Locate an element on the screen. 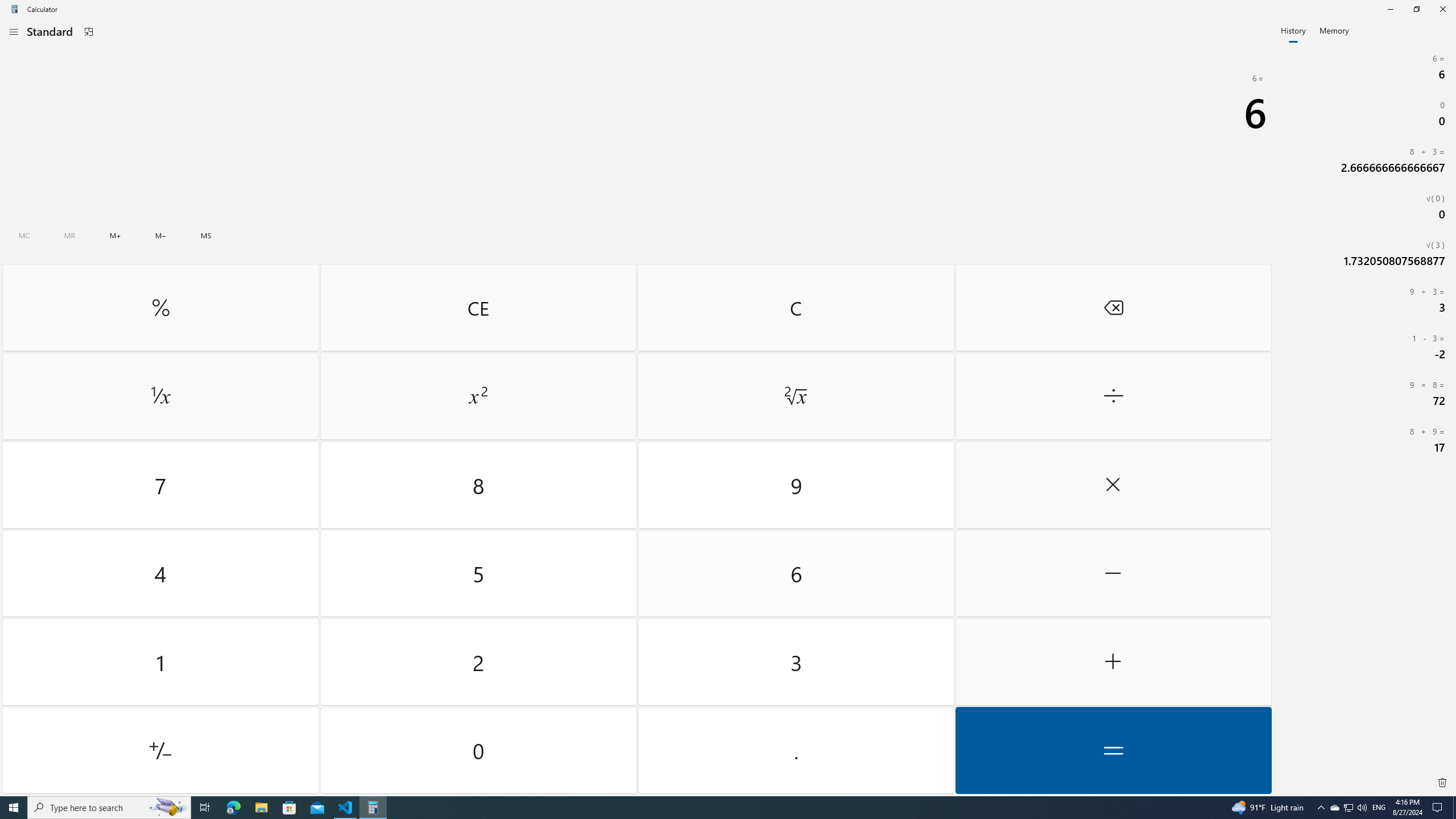 The width and height of the screenshot is (1456, 819). 'Square root' is located at coordinates (795, 396).